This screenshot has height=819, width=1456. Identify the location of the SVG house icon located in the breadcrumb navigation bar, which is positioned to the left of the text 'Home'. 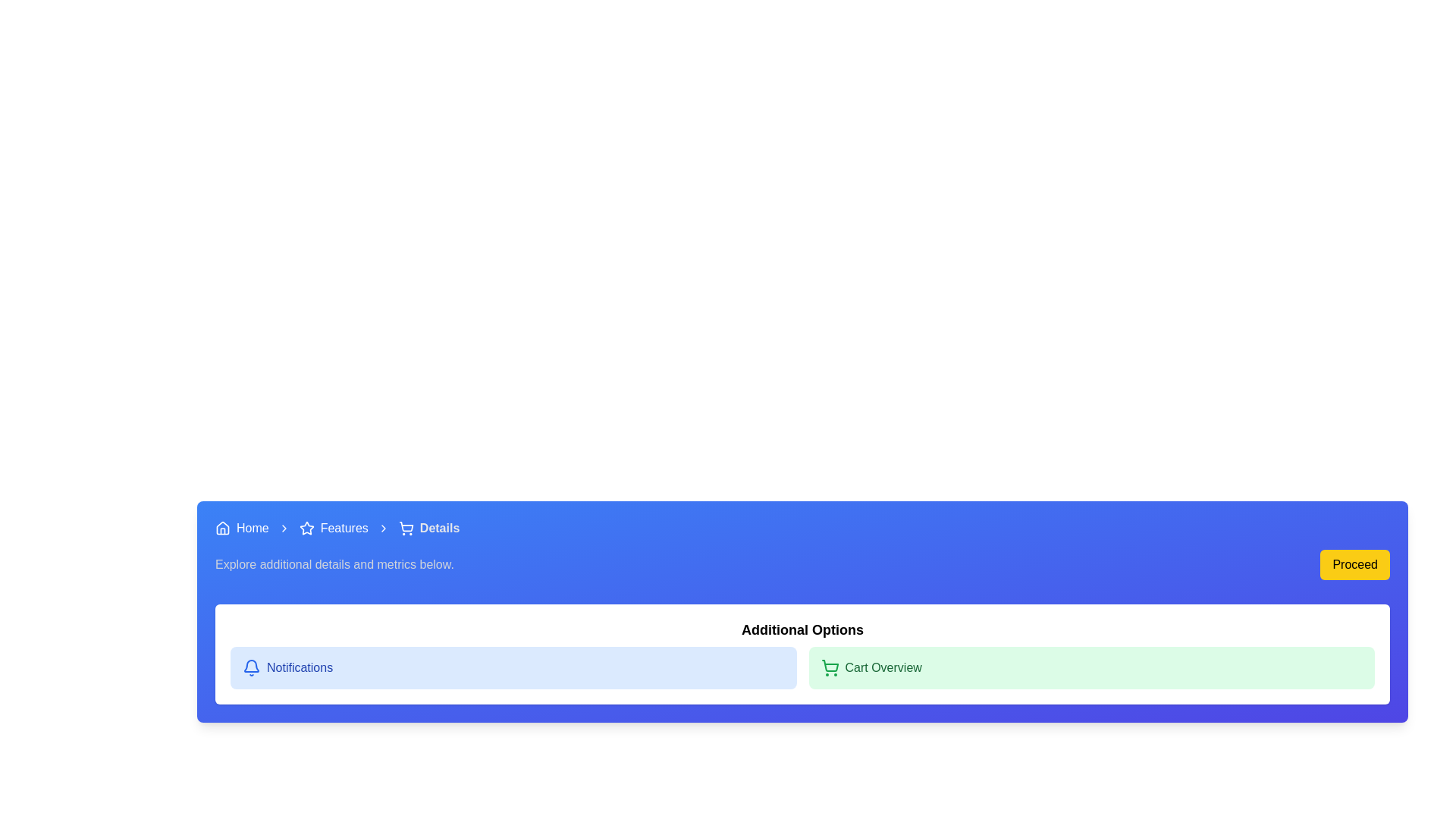
(221, 528).